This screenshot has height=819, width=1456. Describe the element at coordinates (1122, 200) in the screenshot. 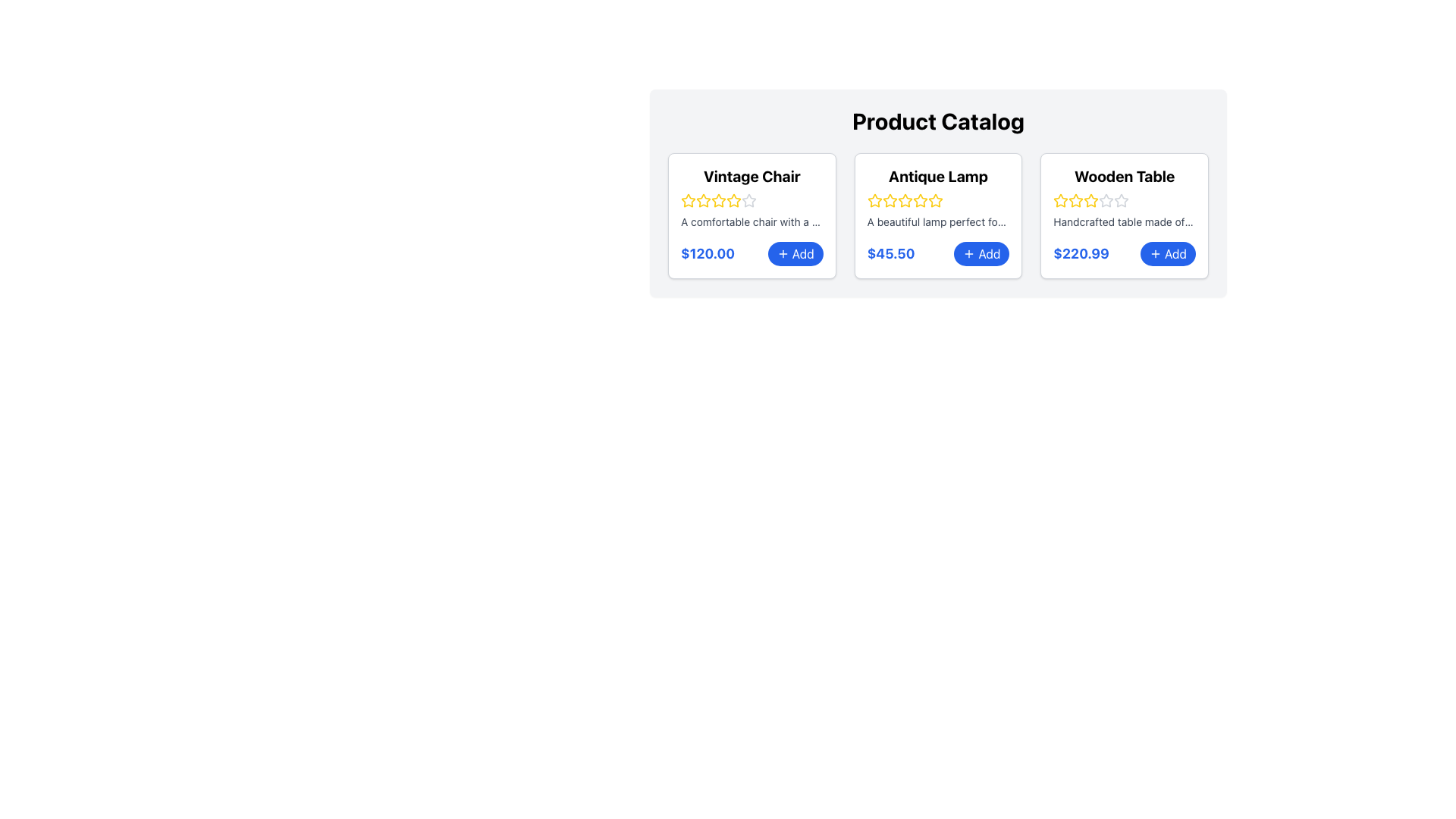

I see `the fifth star-shaped icon in the rating row under the 'Wooden Table' product card in the 'Product Catalog' section to update the rating` at that location.